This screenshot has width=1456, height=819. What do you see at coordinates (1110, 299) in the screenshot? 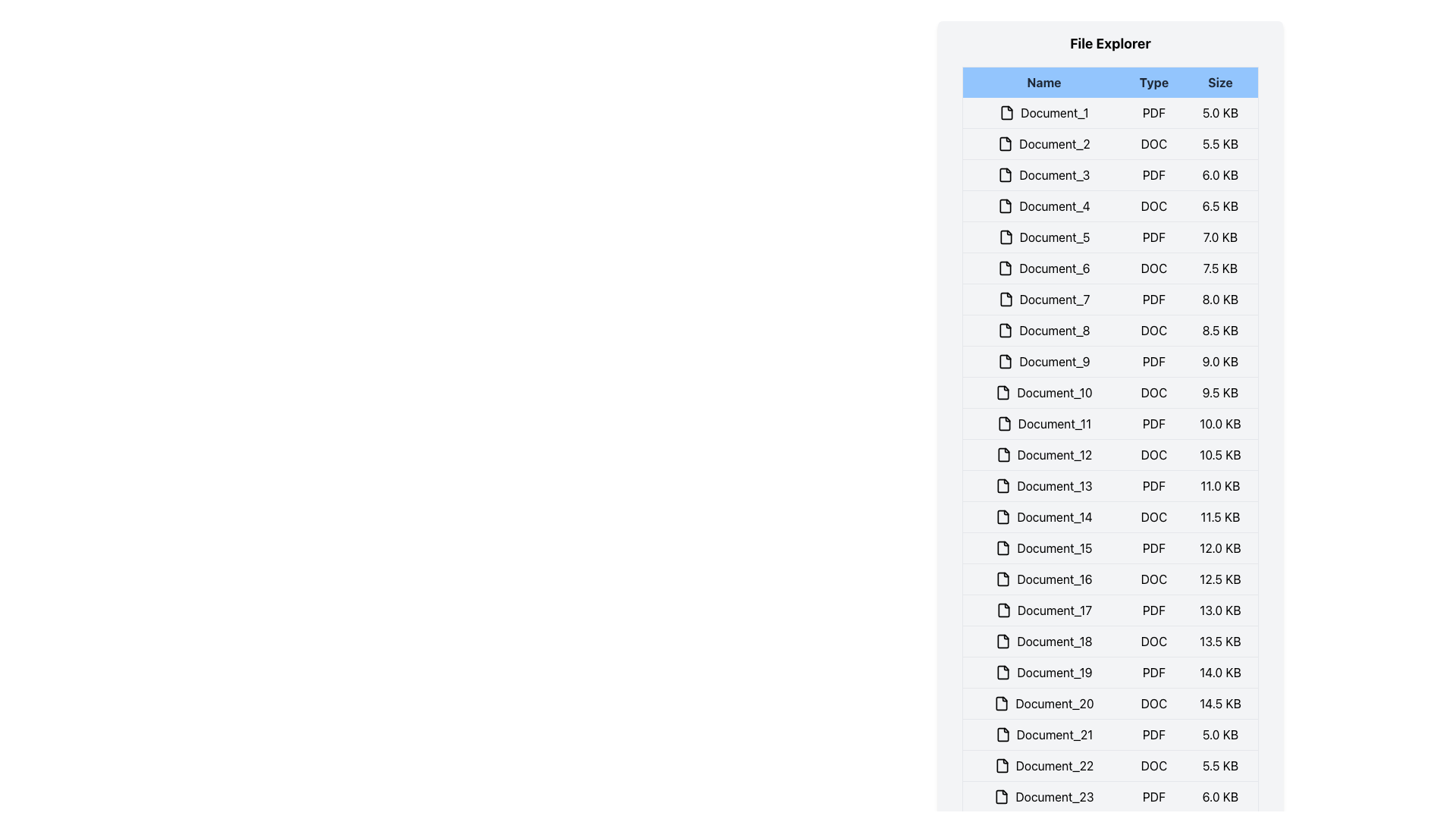
I see `the seventh row in the file explorer table, which displays 'Document_7' with a file icon, to highlight it` at bounding box center [1110, 299].